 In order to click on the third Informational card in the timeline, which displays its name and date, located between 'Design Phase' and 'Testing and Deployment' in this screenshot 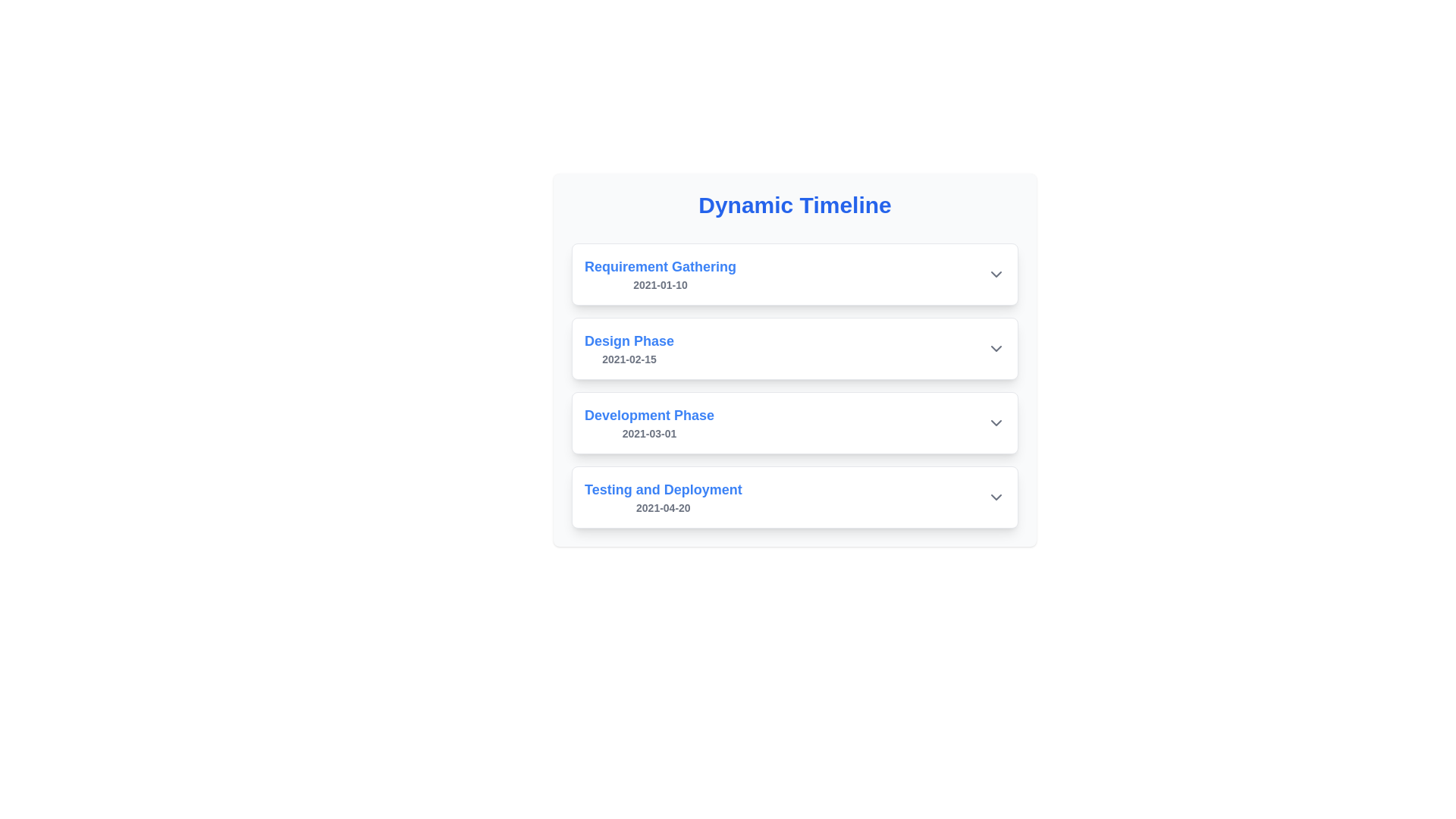, I will do `click(794, 423)`.